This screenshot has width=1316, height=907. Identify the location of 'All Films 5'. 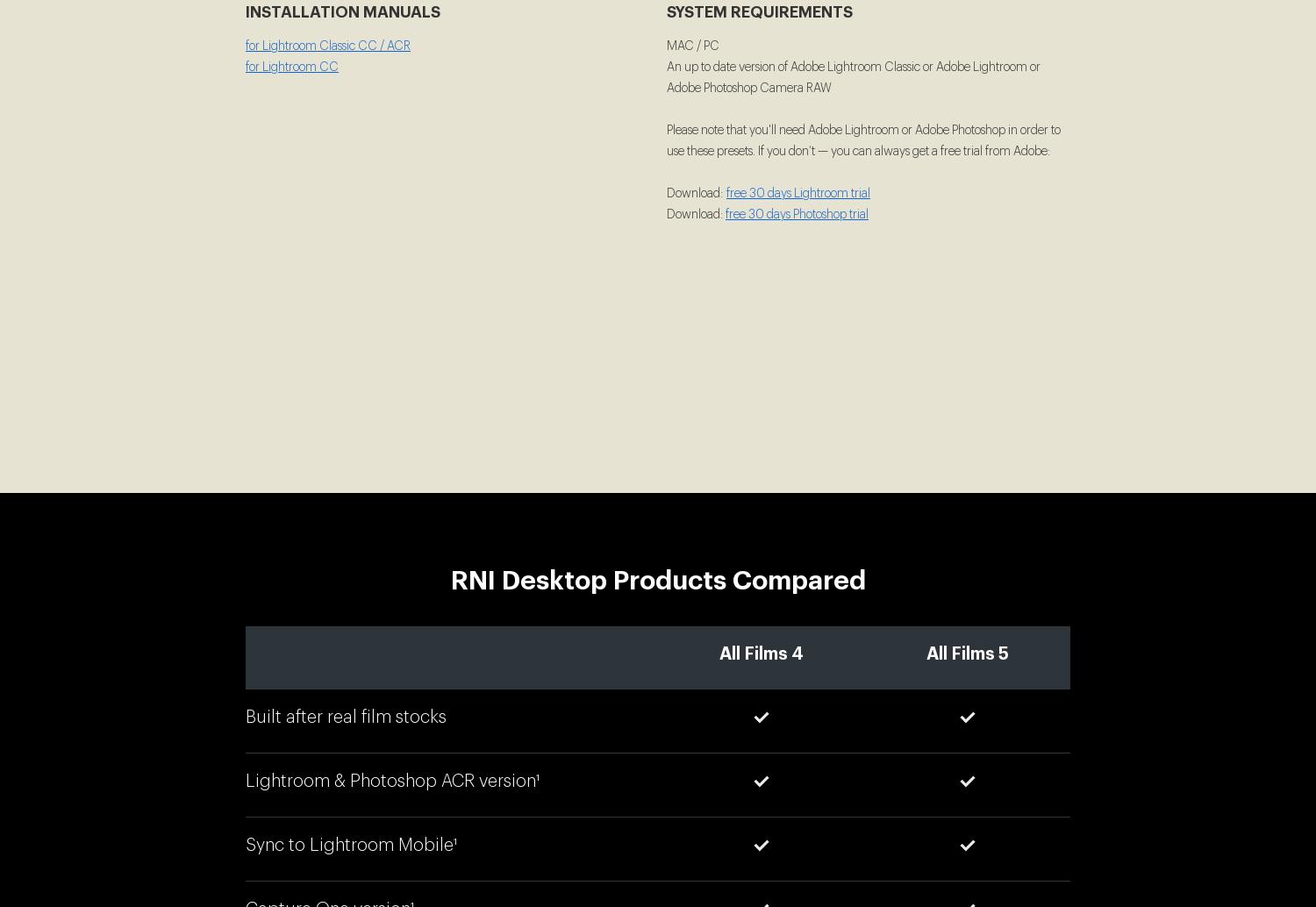
(966, 654).